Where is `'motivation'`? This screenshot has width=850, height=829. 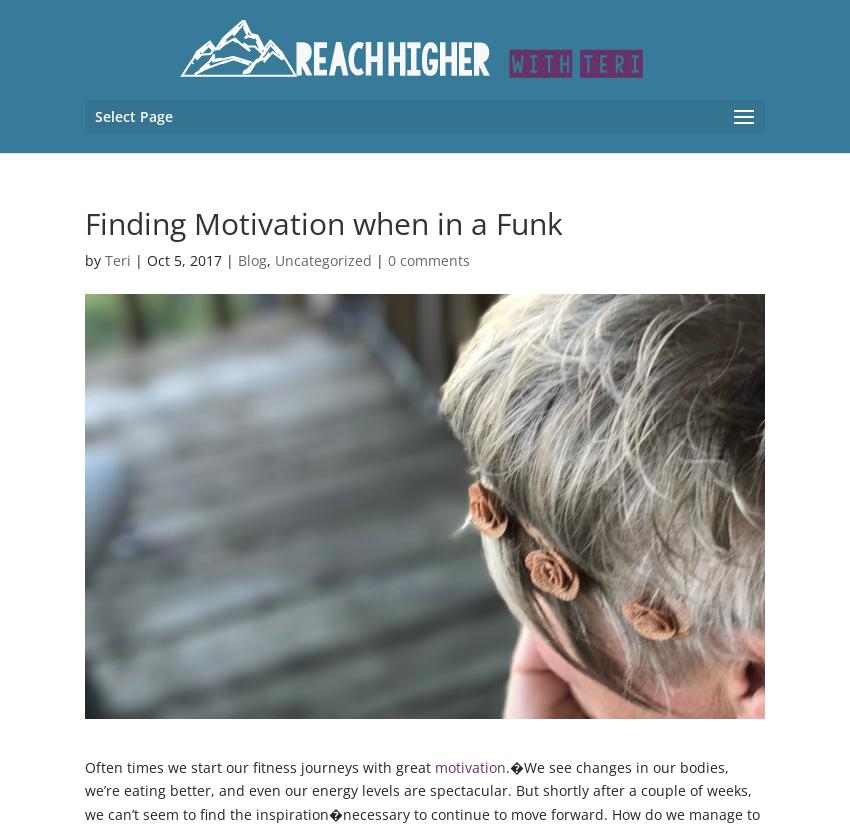 'motivation' is located at coordinates (434, 766).